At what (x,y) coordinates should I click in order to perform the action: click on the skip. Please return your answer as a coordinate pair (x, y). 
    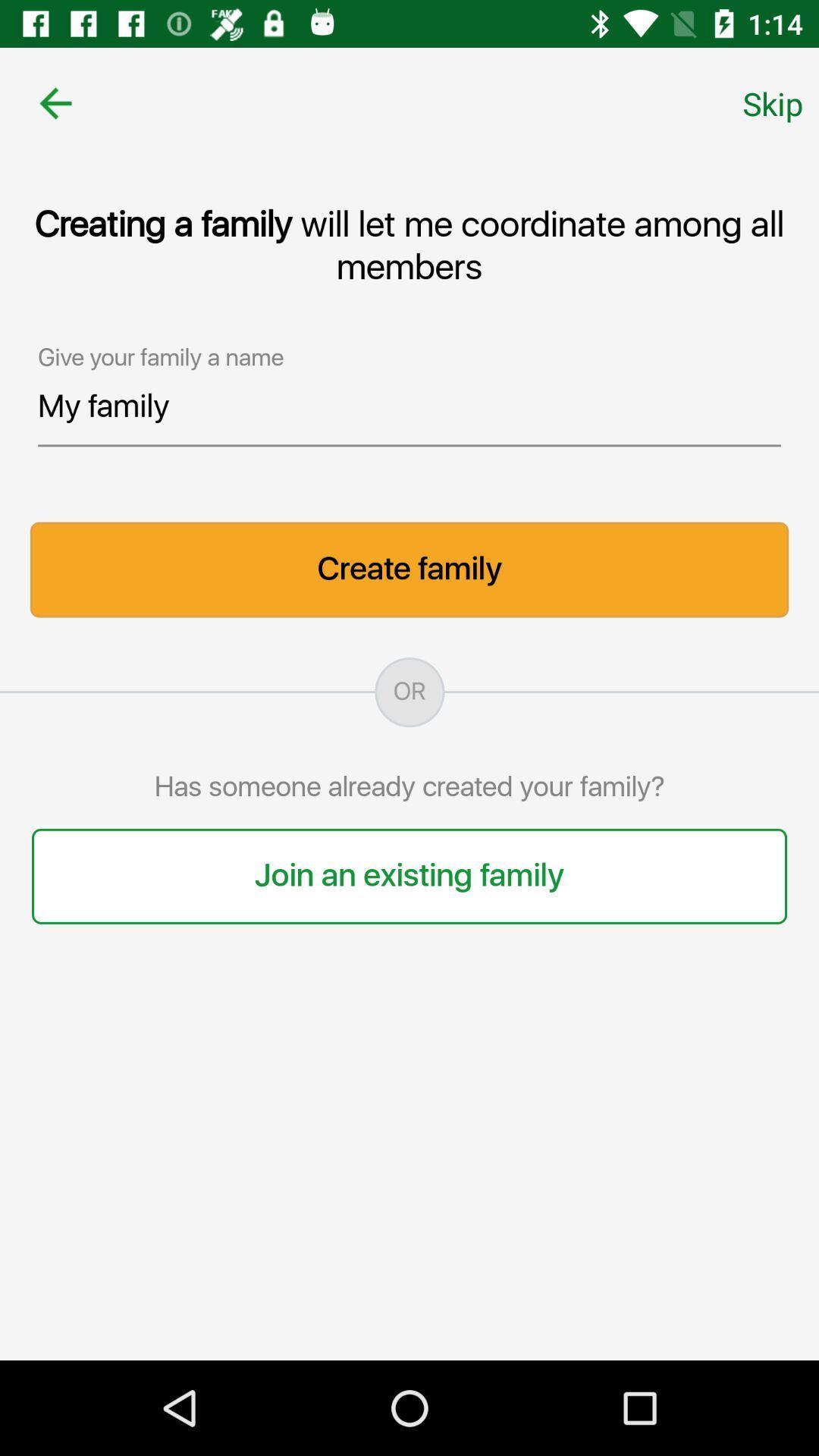
    Looking at the image, I should click on (773, 102).